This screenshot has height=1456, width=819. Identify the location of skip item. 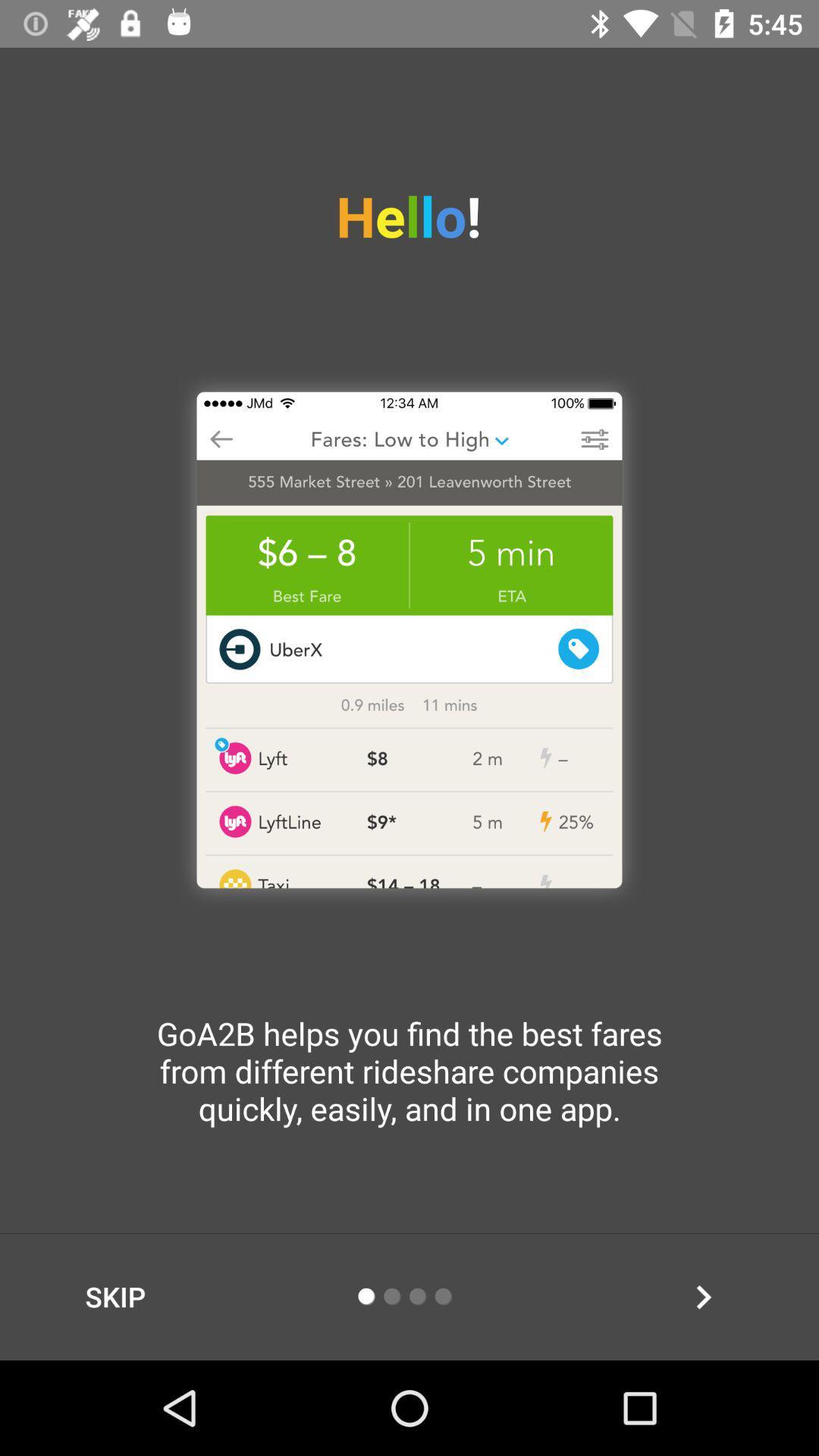
(115, 1296).